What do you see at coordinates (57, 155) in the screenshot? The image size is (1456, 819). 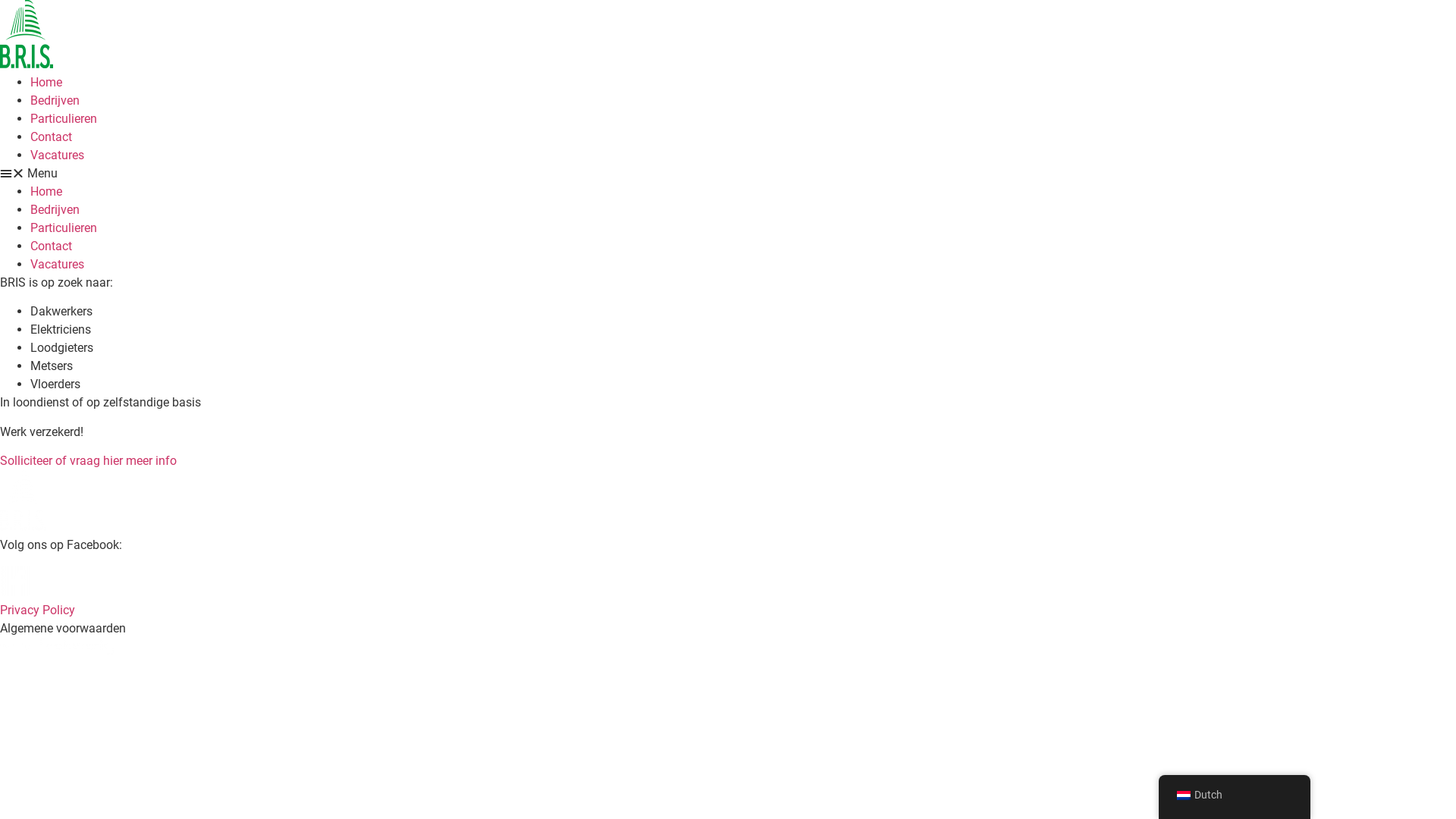 I see `'Vacatures'` at bounding box center [57, 155].